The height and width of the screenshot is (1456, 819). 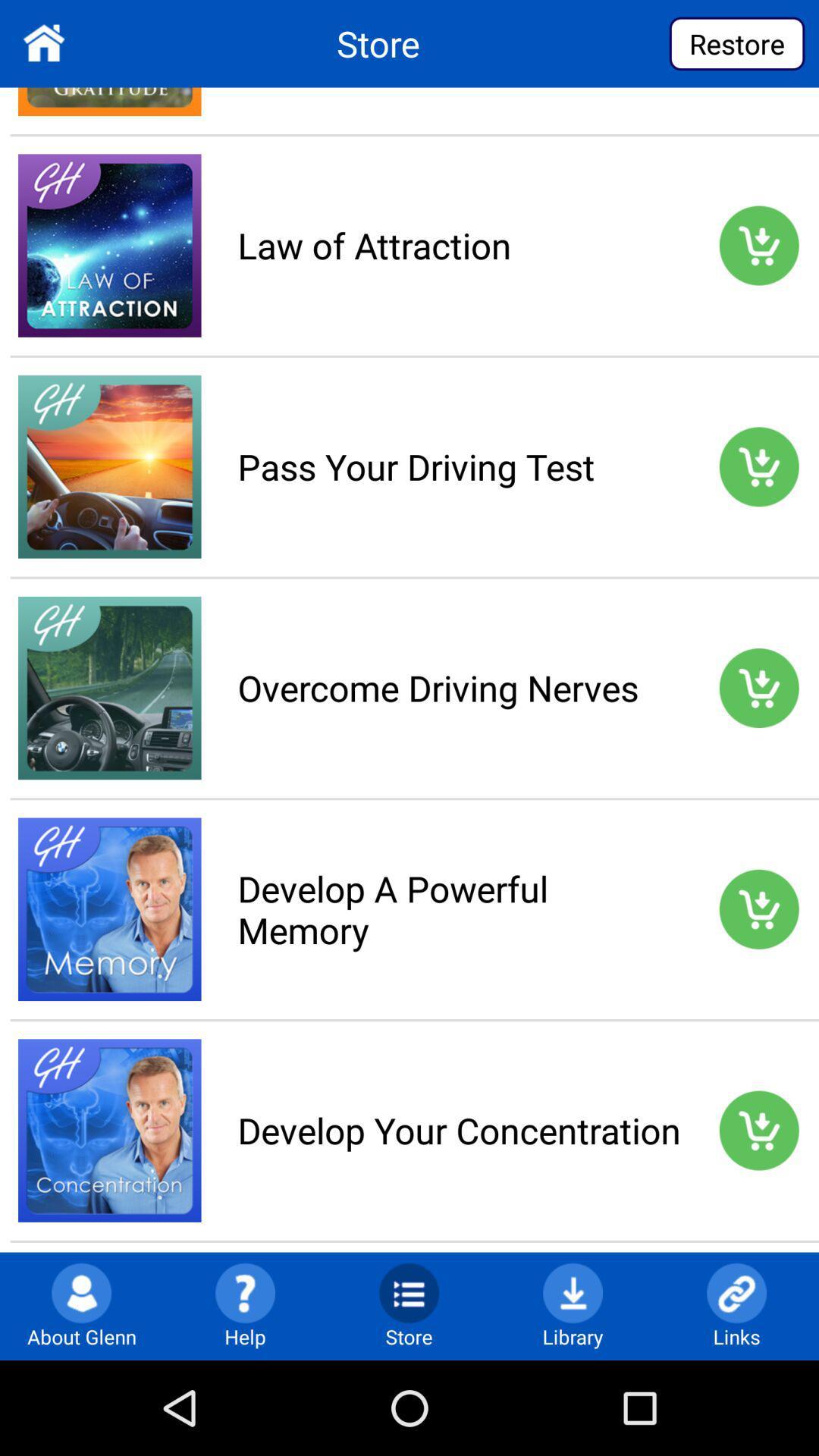 I want to click on the develop your concentration app, so click(x=458, y=1130).